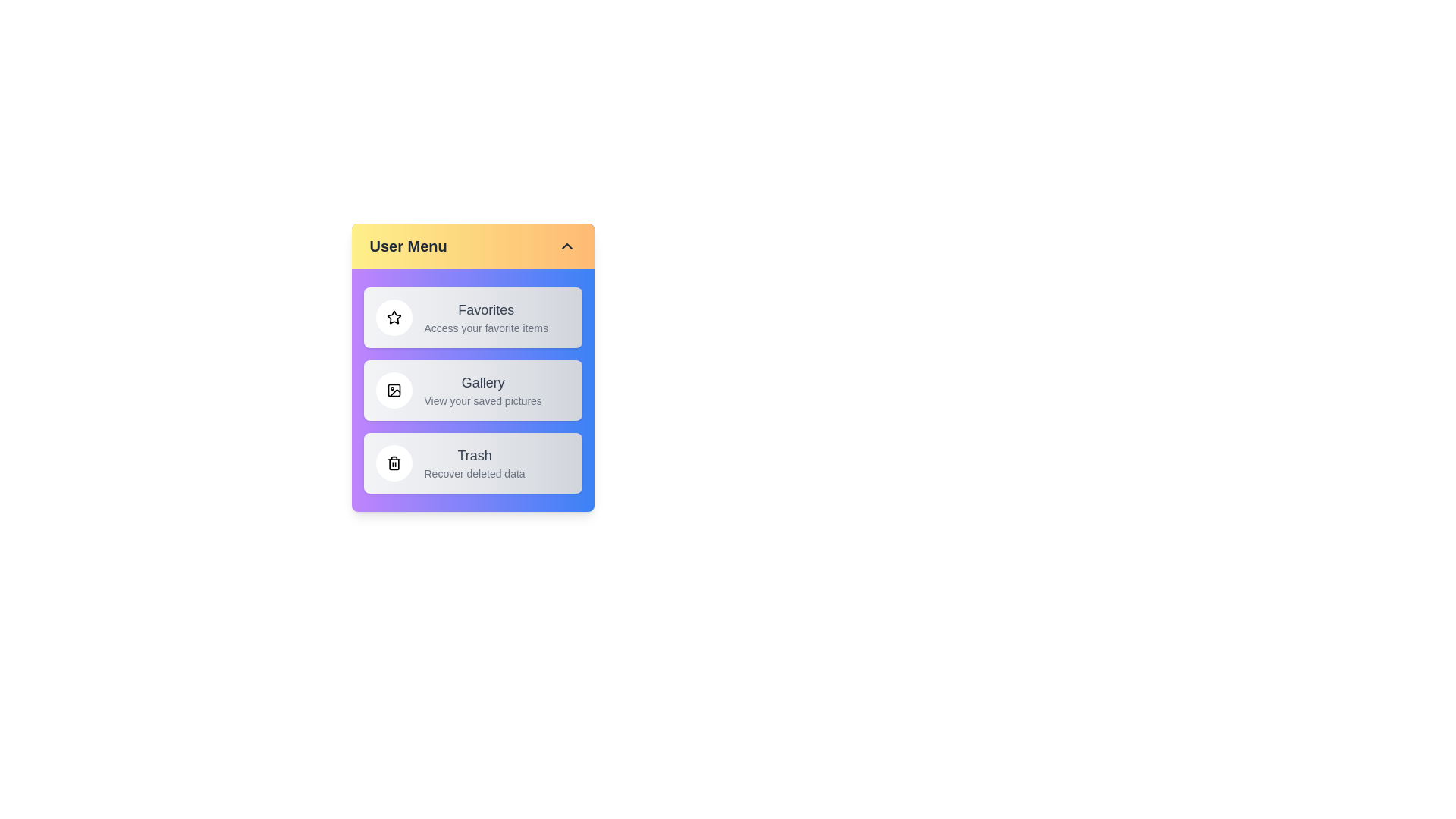 The image size is (1456, 819). Describe the element at coordinates (394, 317) in the screenshot. I see `the icon of the menu item Favorites` at that location.